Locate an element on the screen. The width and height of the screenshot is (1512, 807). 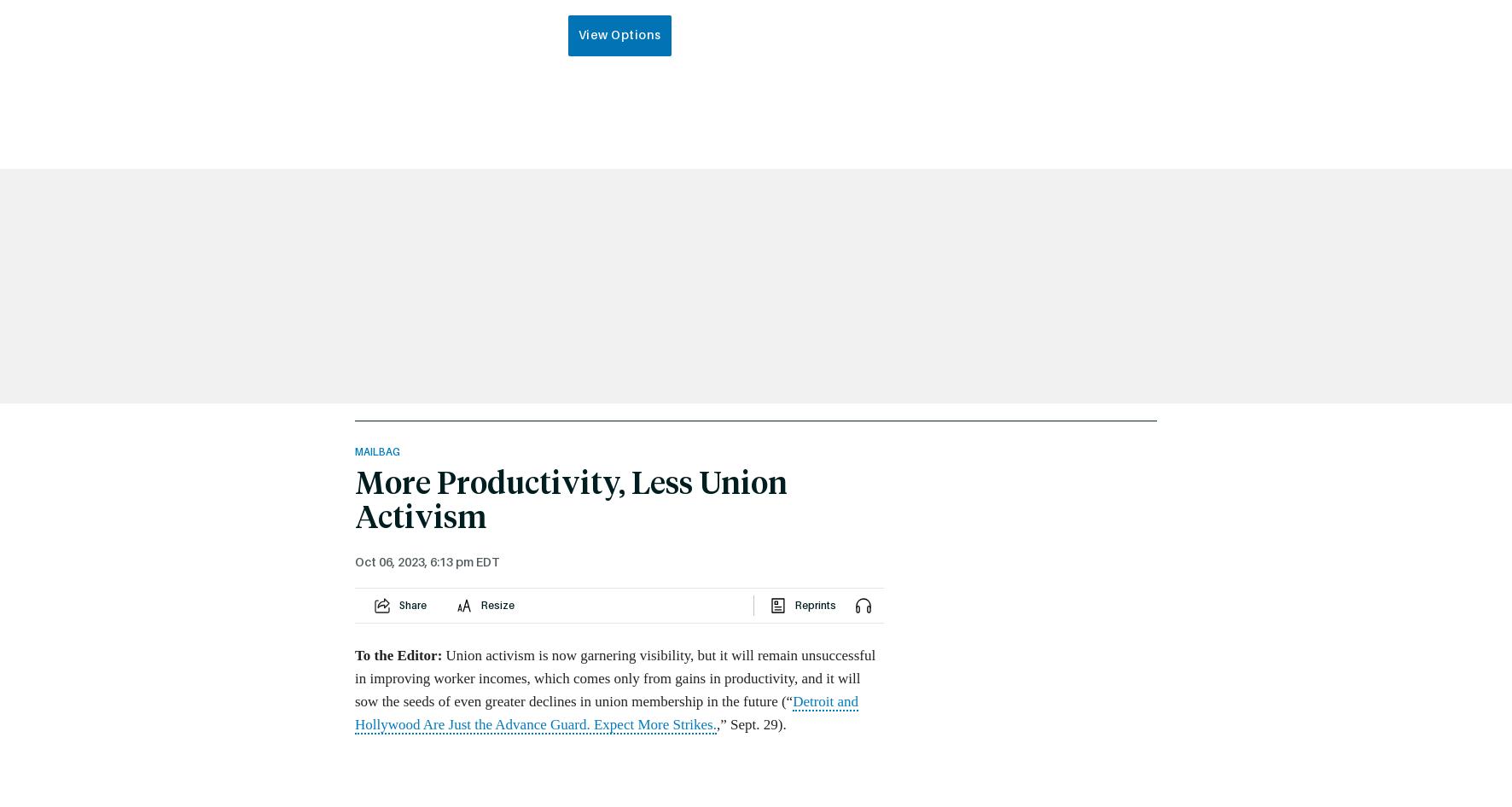
'Oct 06, 2023, 6:13 pm EDT' is located at coordinates (426, 561).